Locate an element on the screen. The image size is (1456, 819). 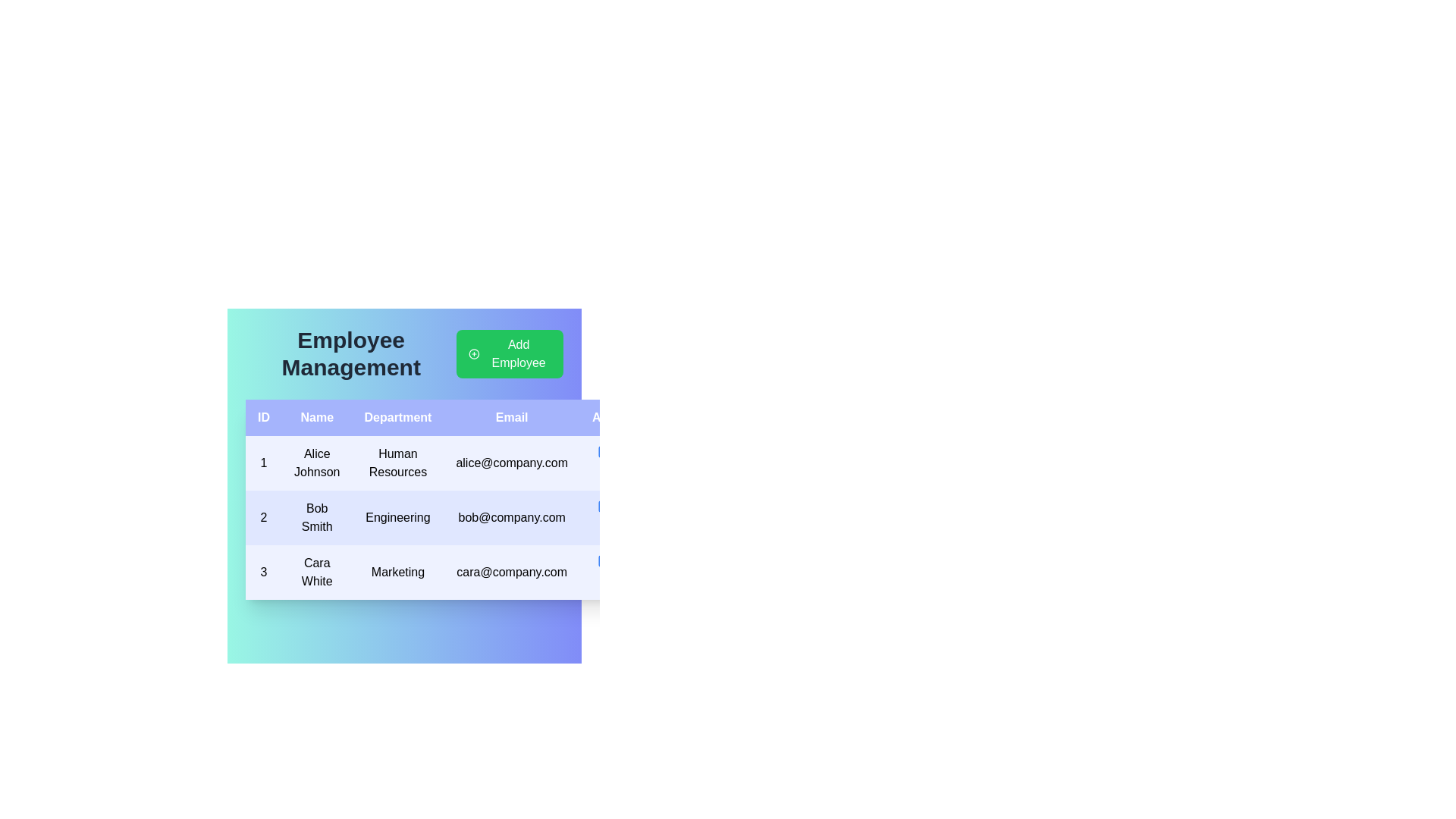
text displayed in the Text Display Field that shows the name 'Cara White', which is located in the second column of the employee details table in the third row is located at coordinates (316, 573).